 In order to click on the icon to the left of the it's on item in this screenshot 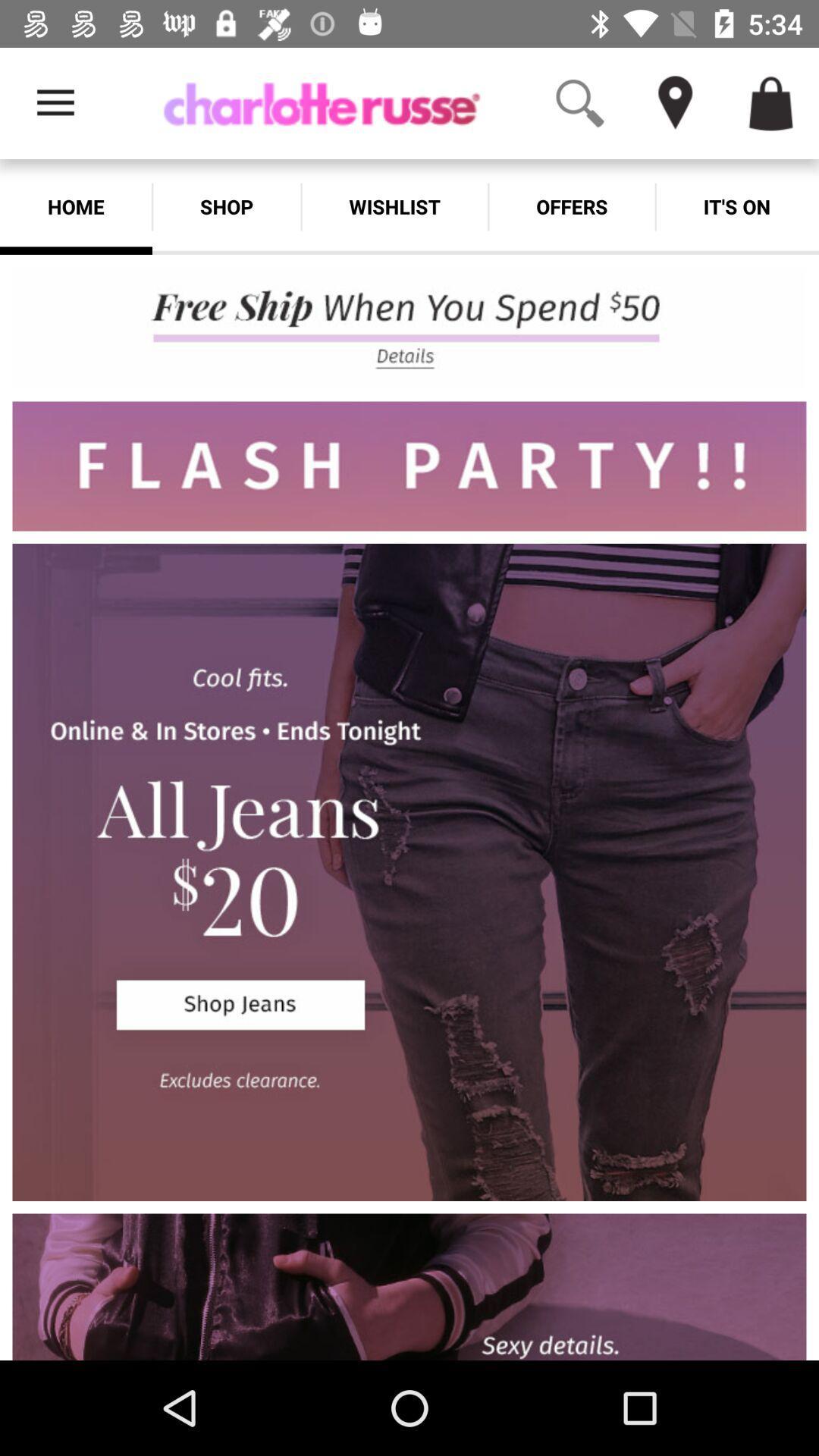, I will do `click(572, 206)`.